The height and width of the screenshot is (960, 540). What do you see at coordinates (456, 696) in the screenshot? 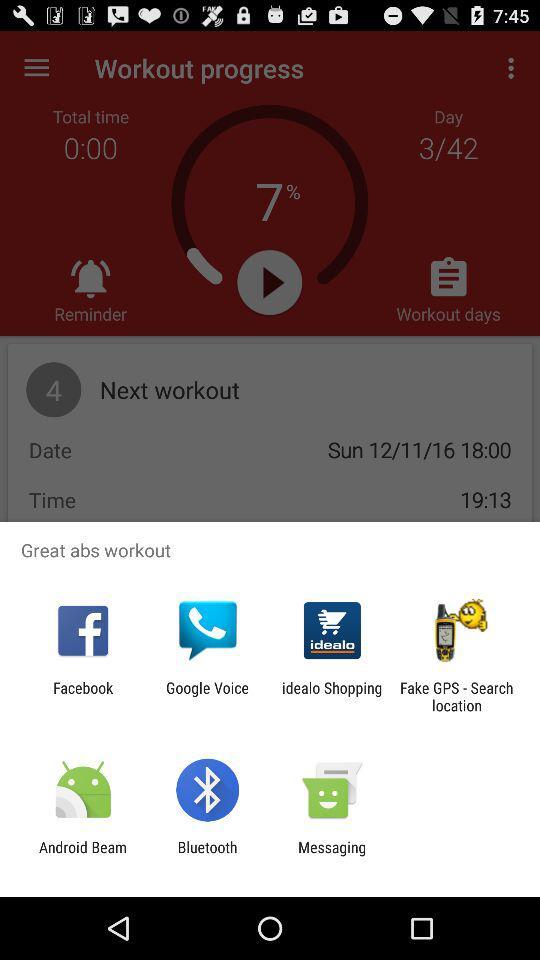
I see `app next to the idealo shopping item` at bounding box center [456, 696].